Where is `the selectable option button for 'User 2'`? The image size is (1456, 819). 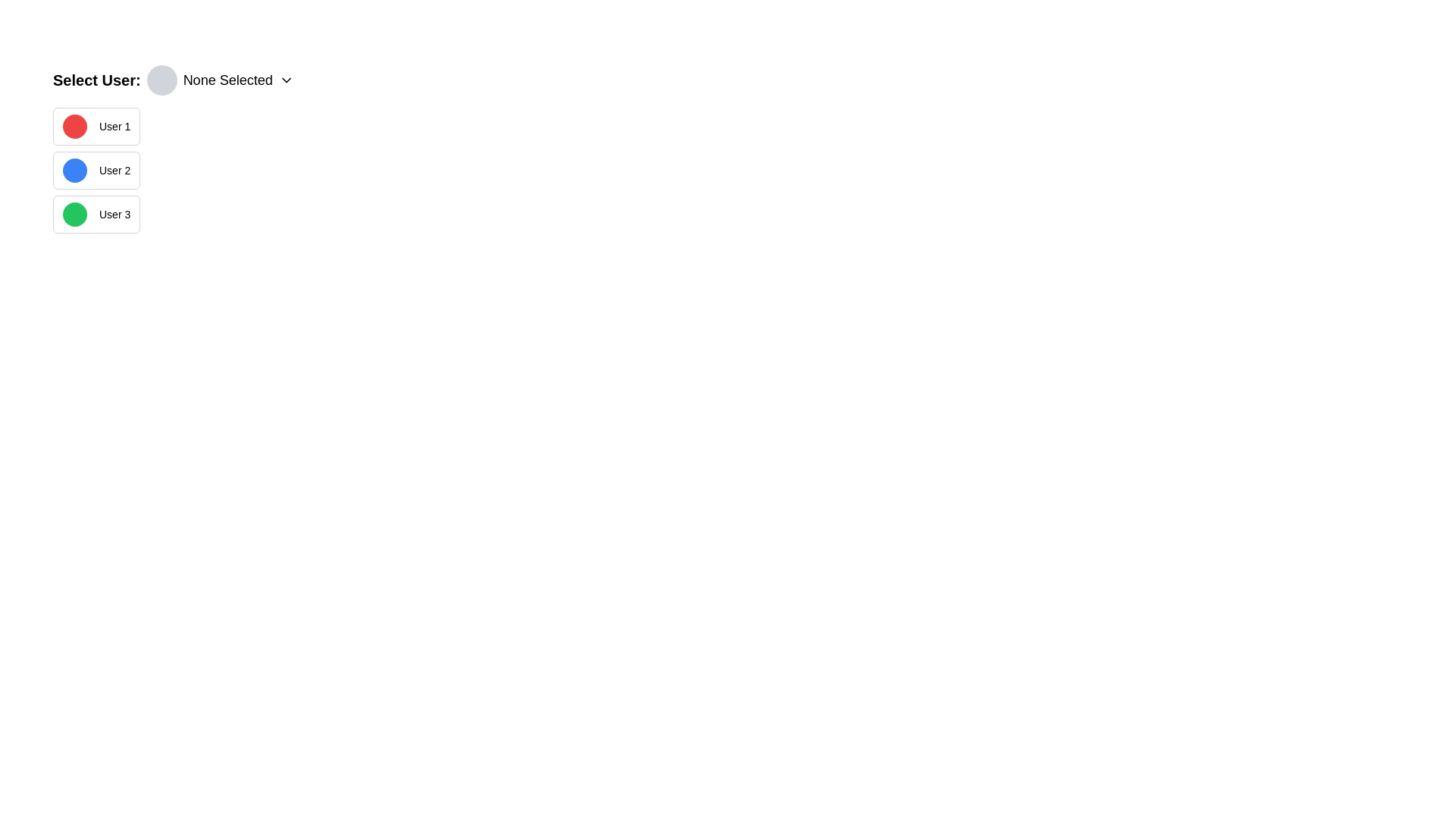
the selectable option button for 'User 2' is located at coordinates (96, 170).